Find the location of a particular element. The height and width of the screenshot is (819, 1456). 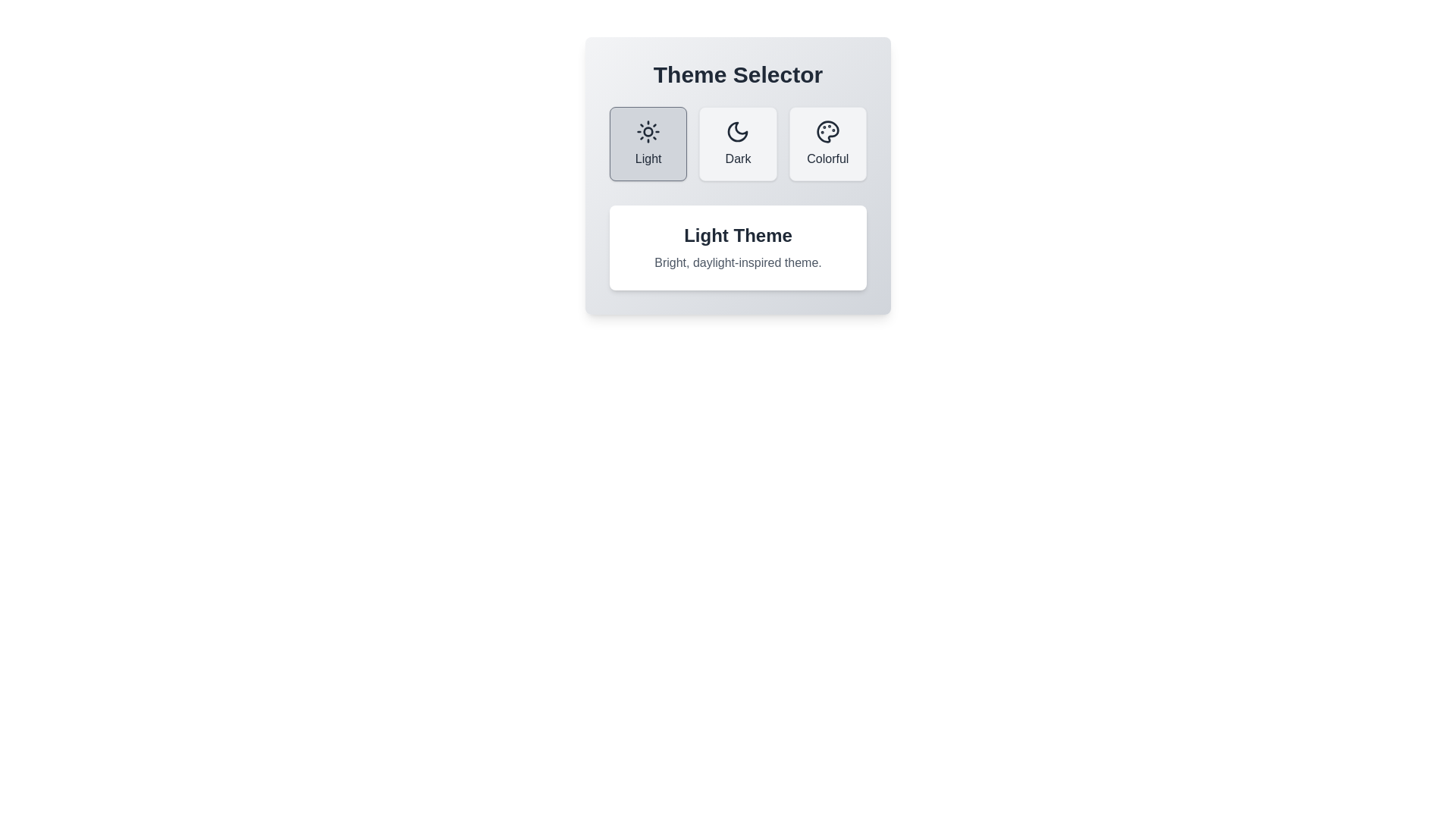

the third card in the 'Theme Selector' labeled 'Colorful' is located at coordinates (827, 143).